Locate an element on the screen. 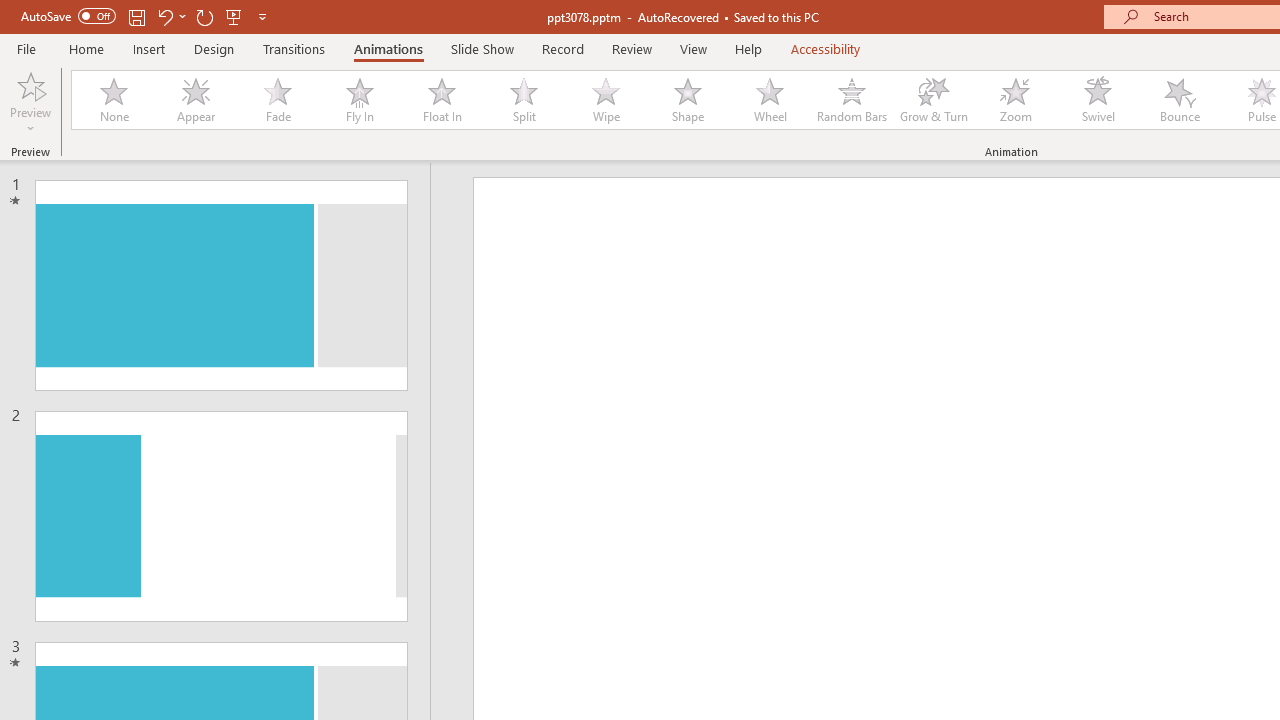  'Record' is located at coordinates (561, 48).